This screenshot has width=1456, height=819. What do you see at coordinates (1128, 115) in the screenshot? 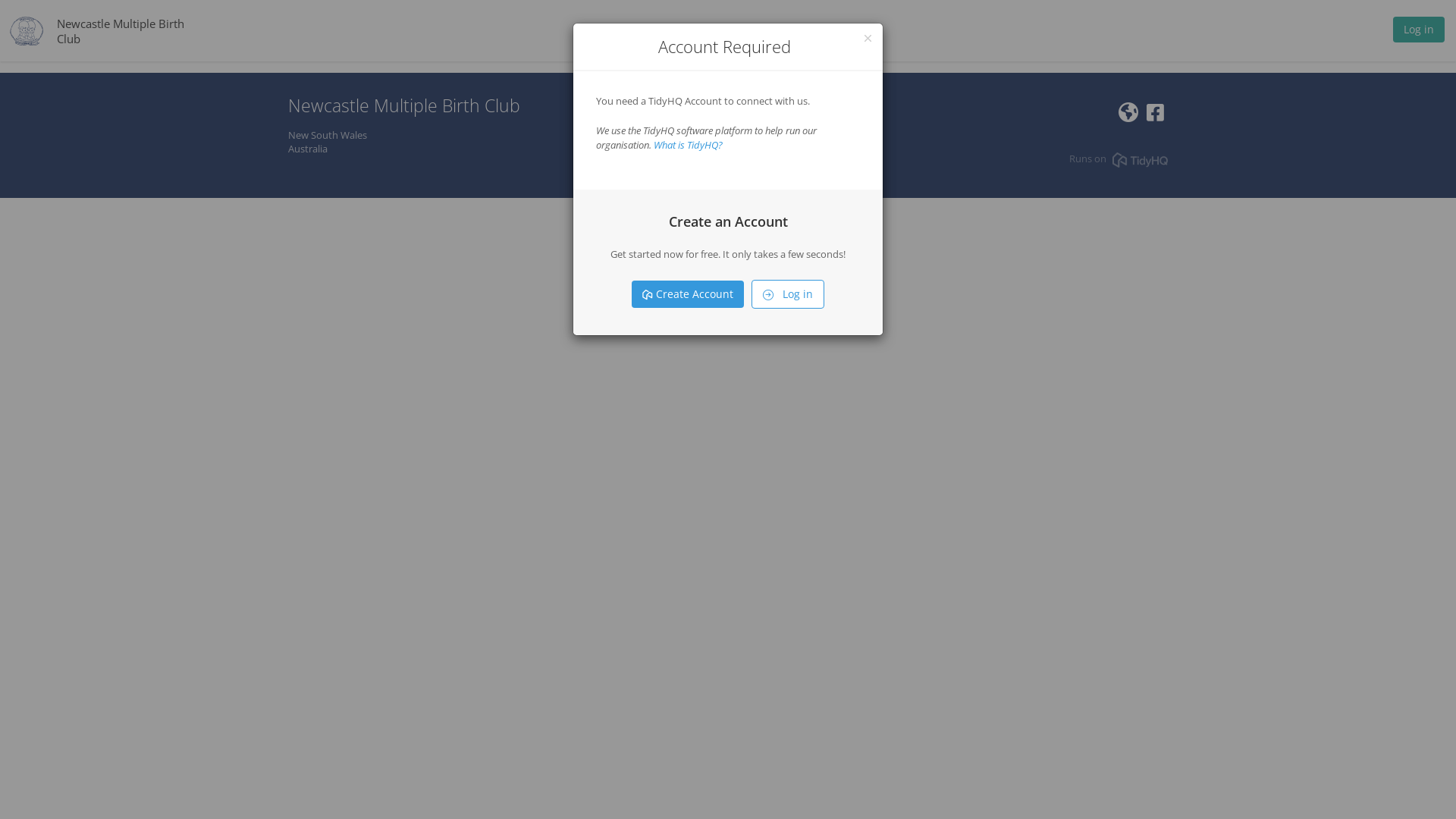
I see `'https://www.newcastlembc.org.au/'` at bounding box center [1128, 115].